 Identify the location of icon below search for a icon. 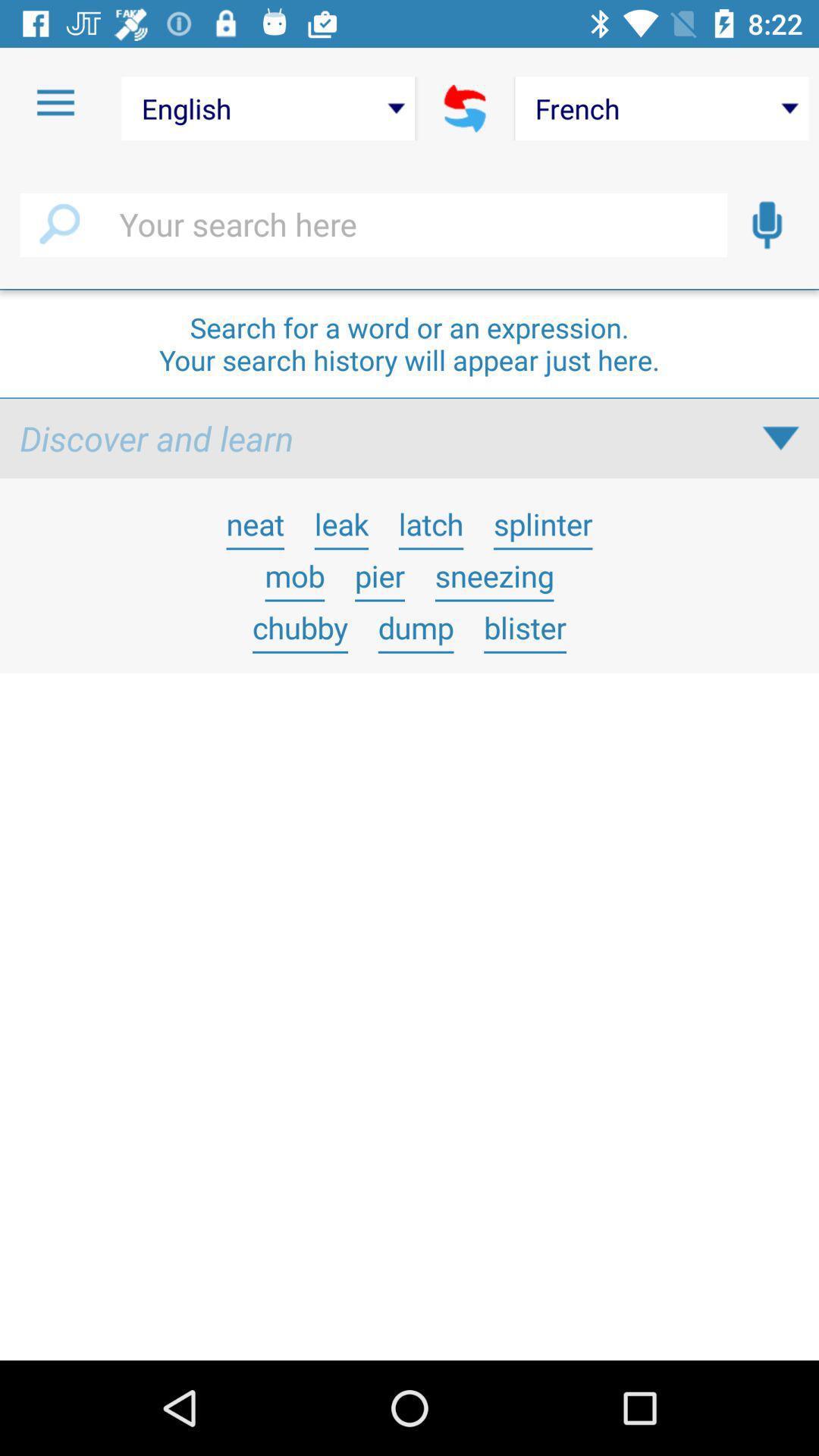
(156, 437).